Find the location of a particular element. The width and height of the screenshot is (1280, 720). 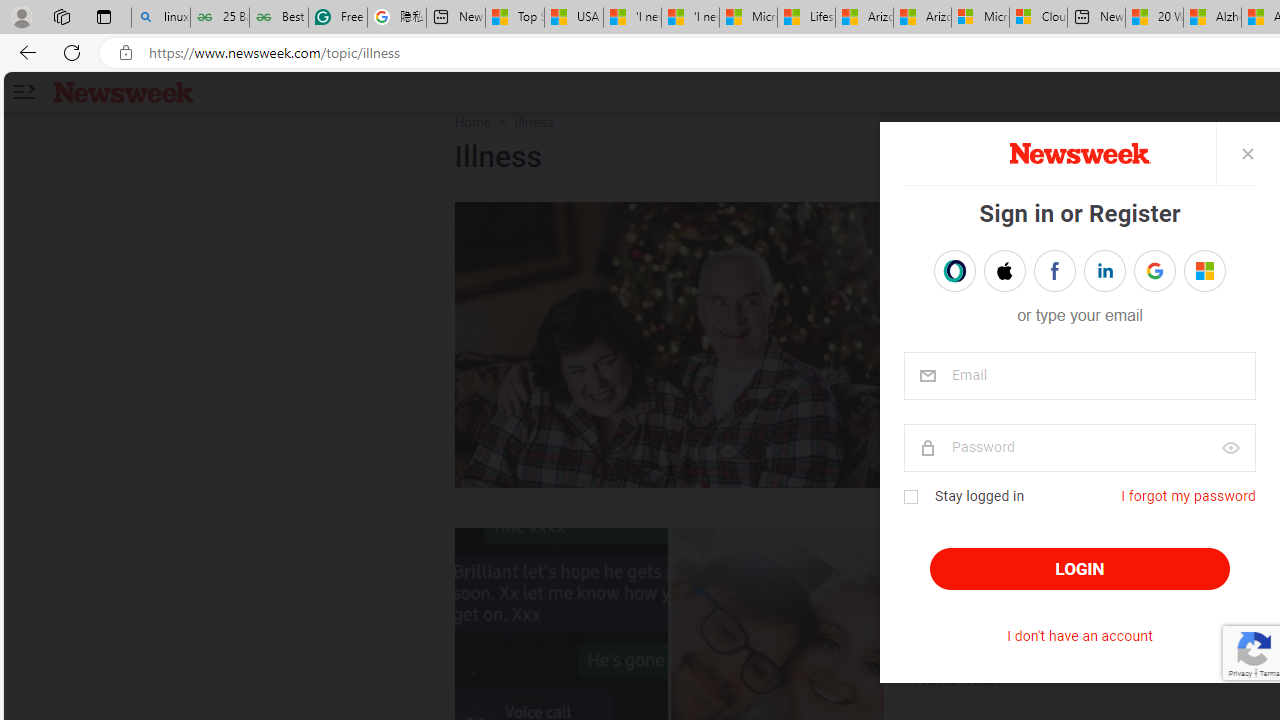

'email' is located at coordinates (1078, 376).